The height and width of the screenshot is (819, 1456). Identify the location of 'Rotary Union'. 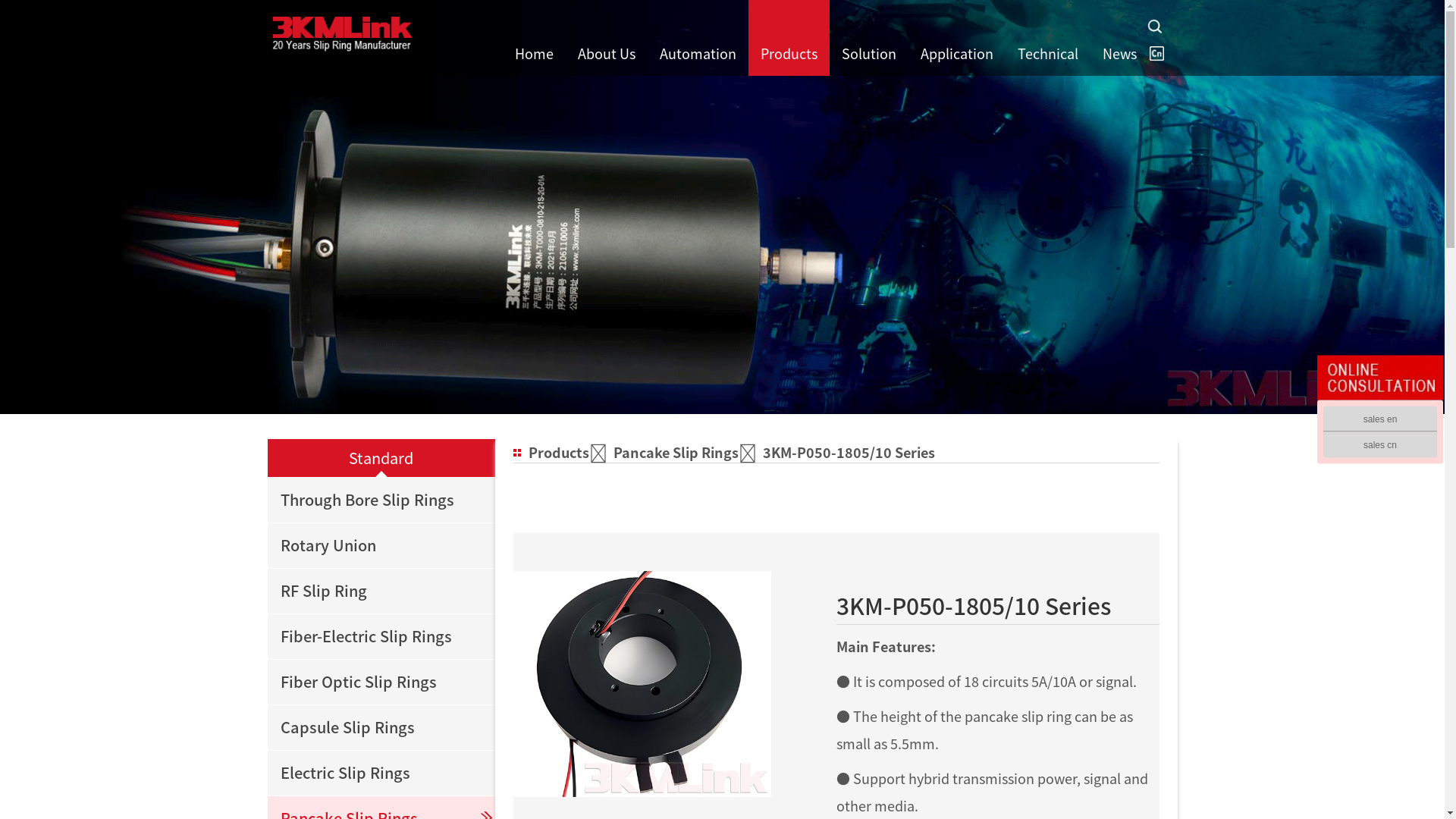
(381, 544).